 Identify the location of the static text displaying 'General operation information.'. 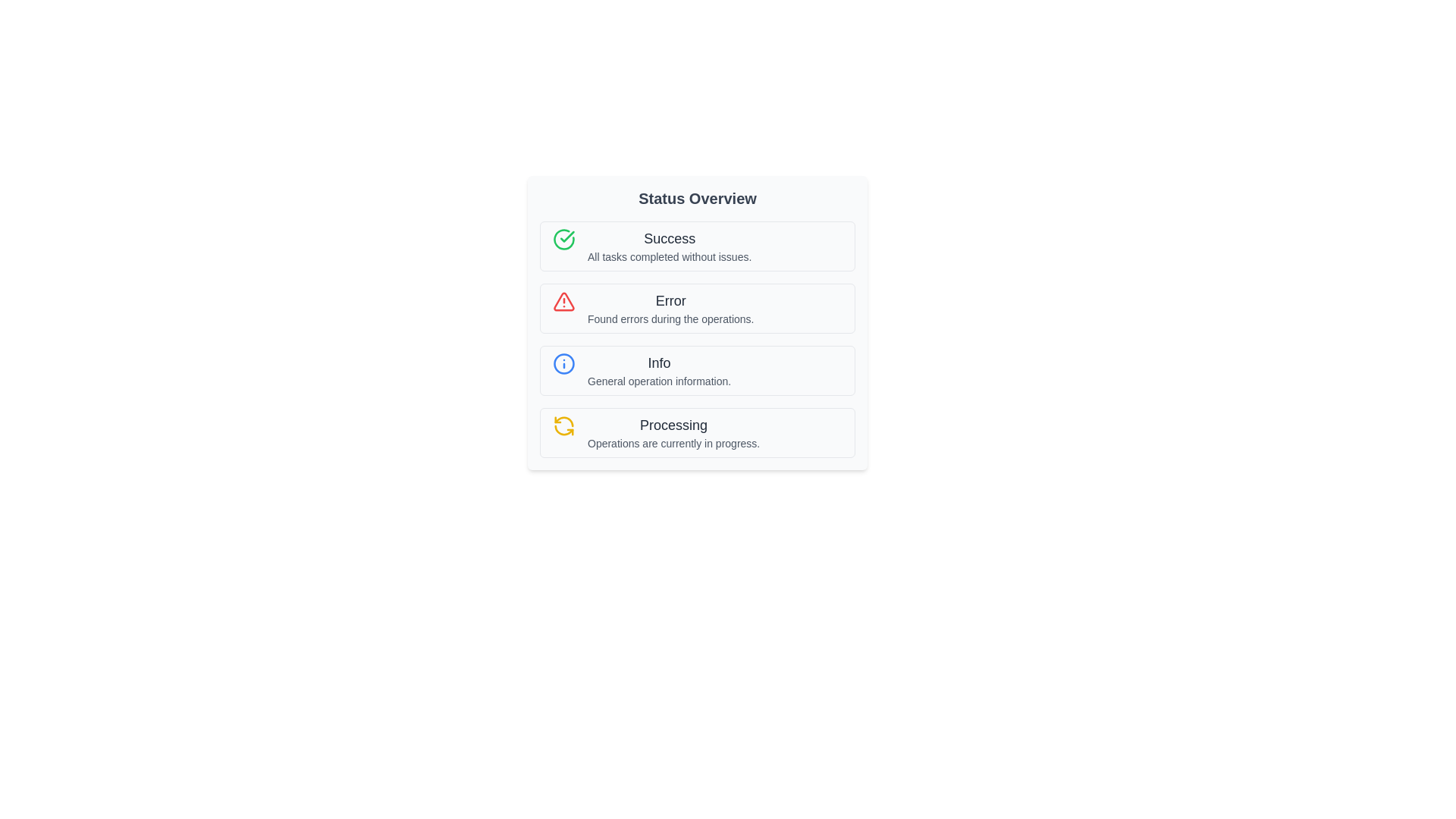
(659, 380).